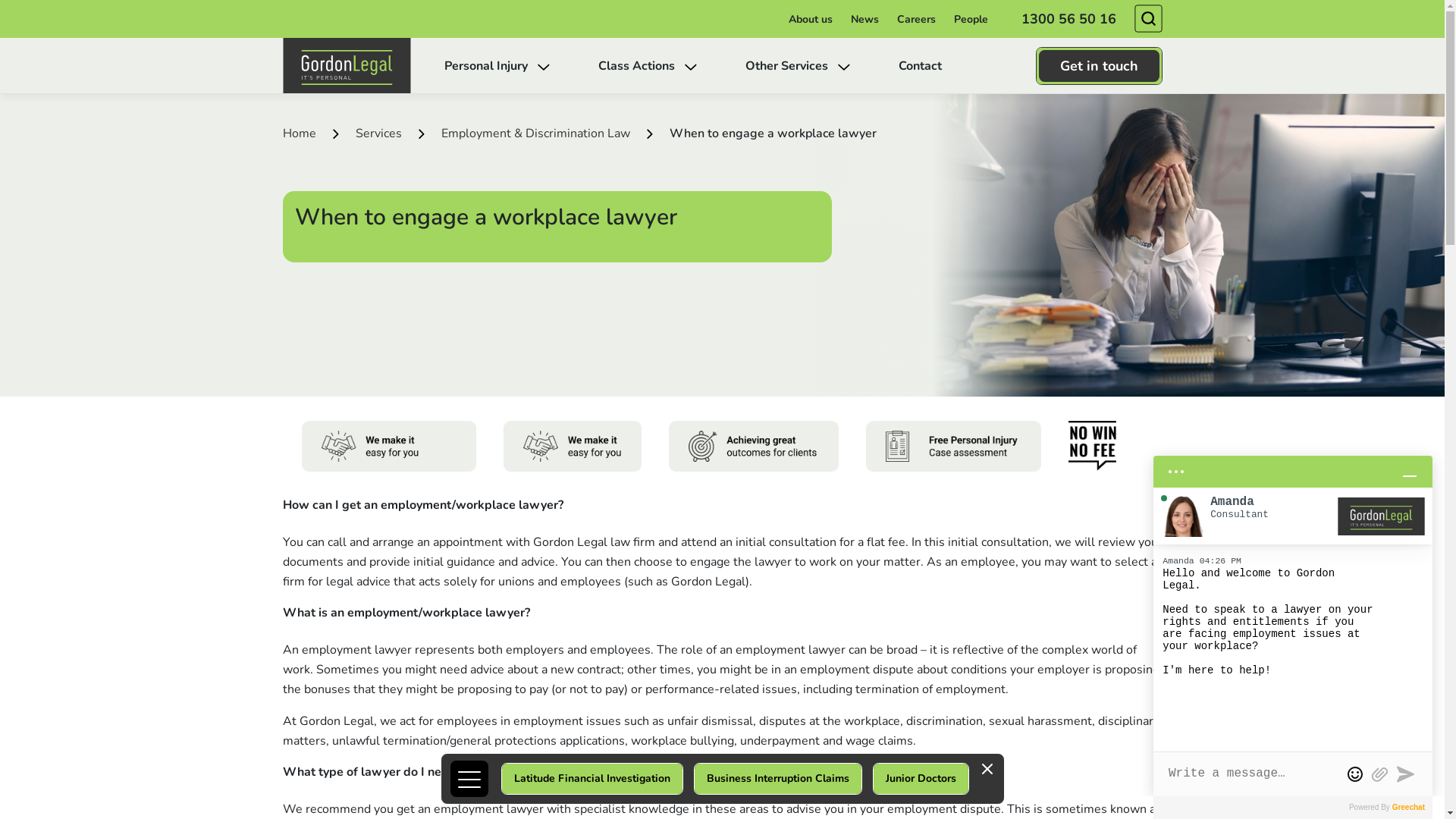 This screenshot has height=819, width=1456. I want to click on 'Careers', so click(915, 19).